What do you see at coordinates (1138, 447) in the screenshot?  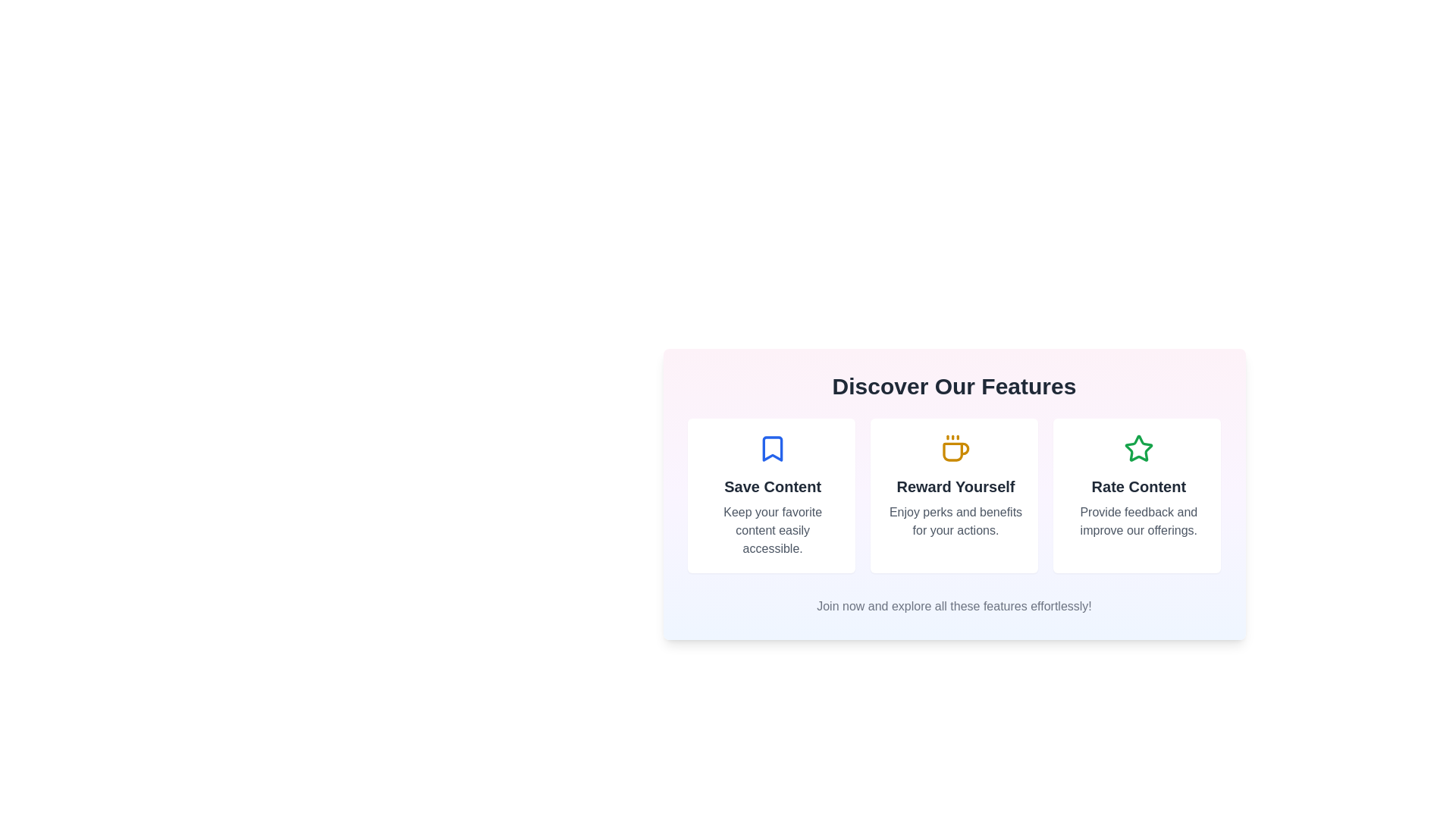 I see `the green star-shaped icon with a hollow center located in the rightmost section of the panel above the 'Rate Content' text` at bounding box center [1138, 447].